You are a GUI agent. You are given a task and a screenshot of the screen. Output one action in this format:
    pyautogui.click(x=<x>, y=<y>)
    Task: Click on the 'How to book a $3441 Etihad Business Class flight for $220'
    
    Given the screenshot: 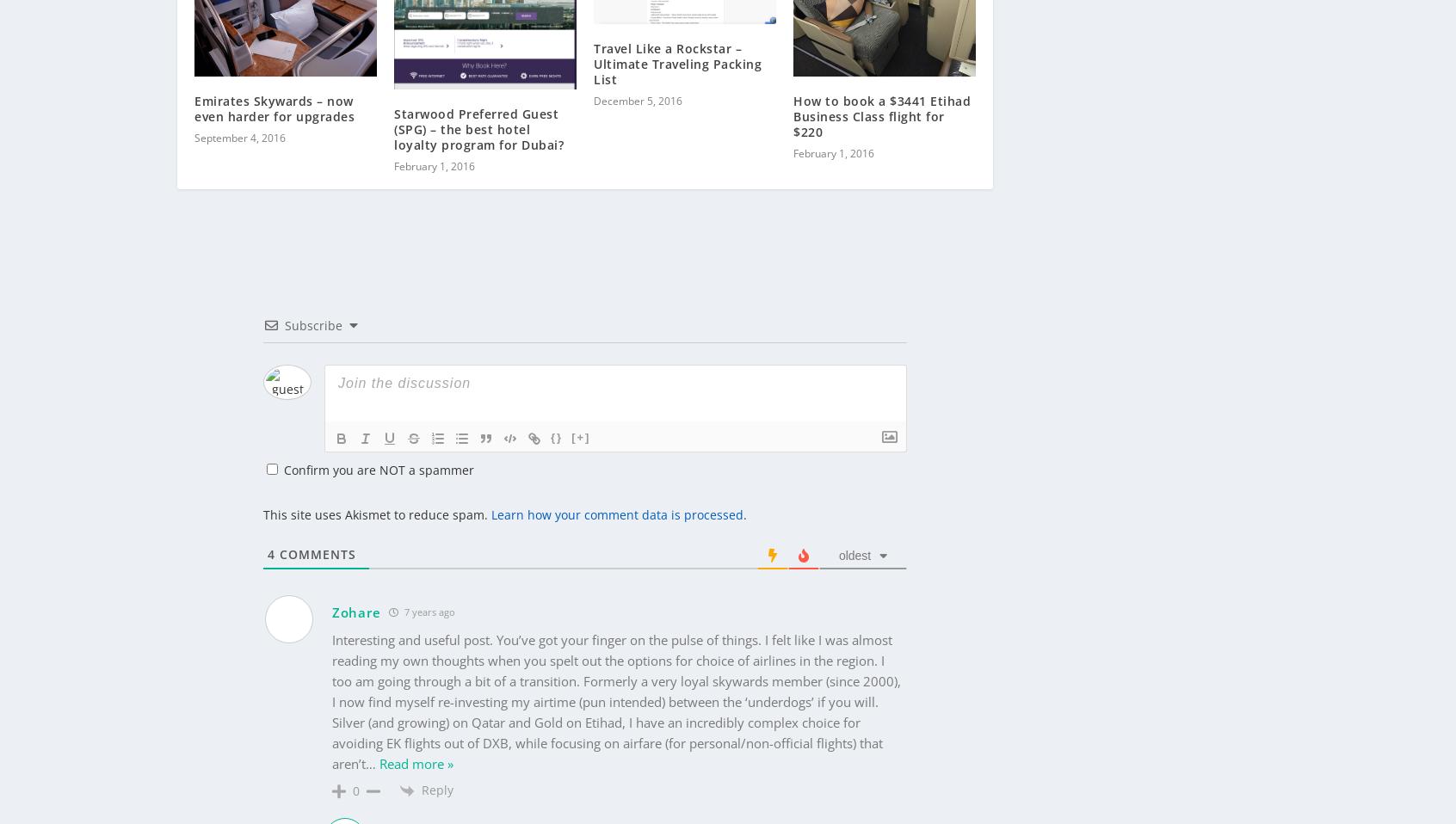 What is the action you would take?
    pyautogui.click(x=881, y=88)
    